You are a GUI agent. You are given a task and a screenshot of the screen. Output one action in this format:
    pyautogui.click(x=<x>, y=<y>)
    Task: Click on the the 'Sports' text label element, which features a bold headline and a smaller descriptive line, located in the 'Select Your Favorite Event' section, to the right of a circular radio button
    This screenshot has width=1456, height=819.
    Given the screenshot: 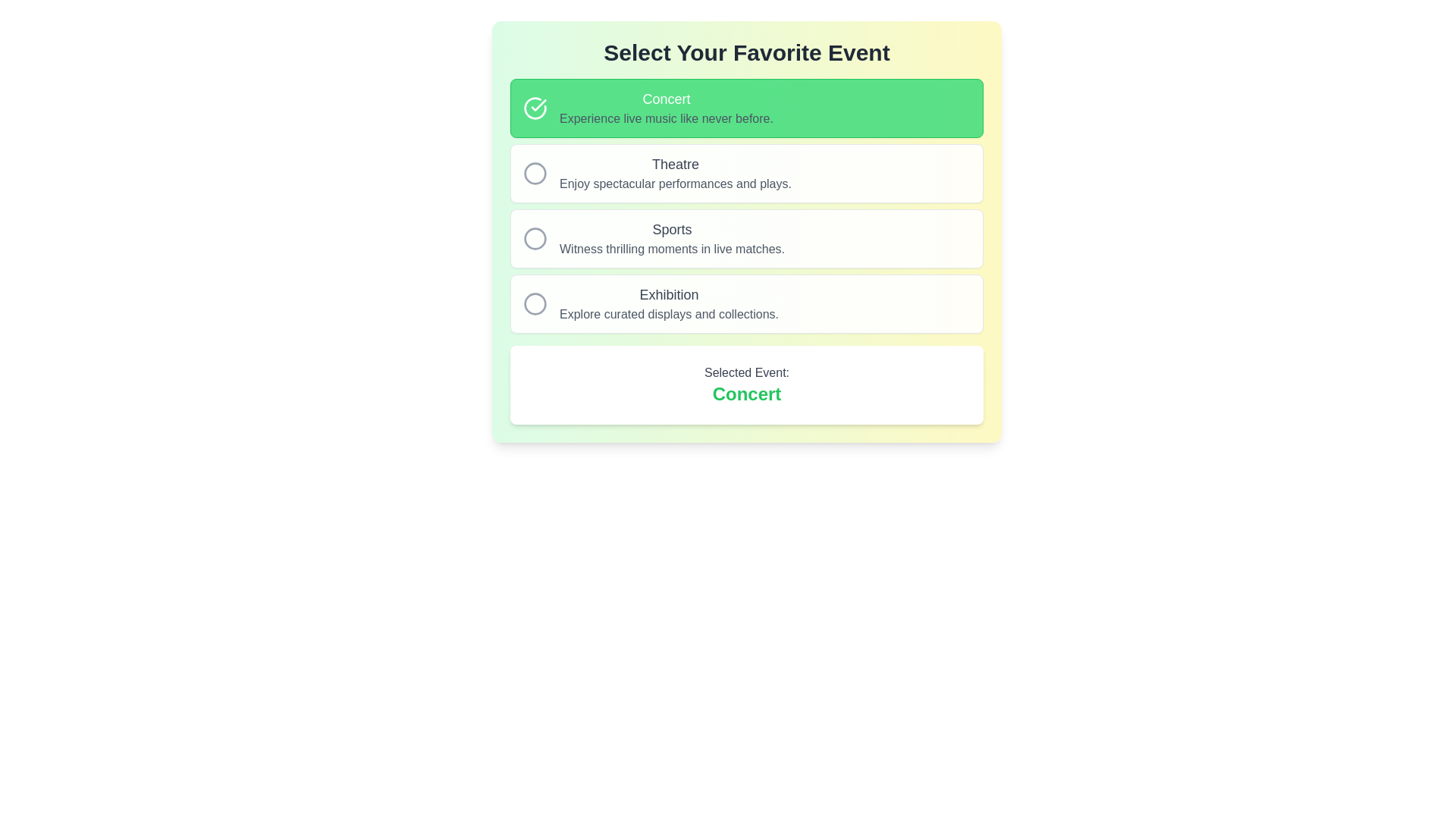 What is the action you would take?
    pyautogui.click(x=671, y=239)
    